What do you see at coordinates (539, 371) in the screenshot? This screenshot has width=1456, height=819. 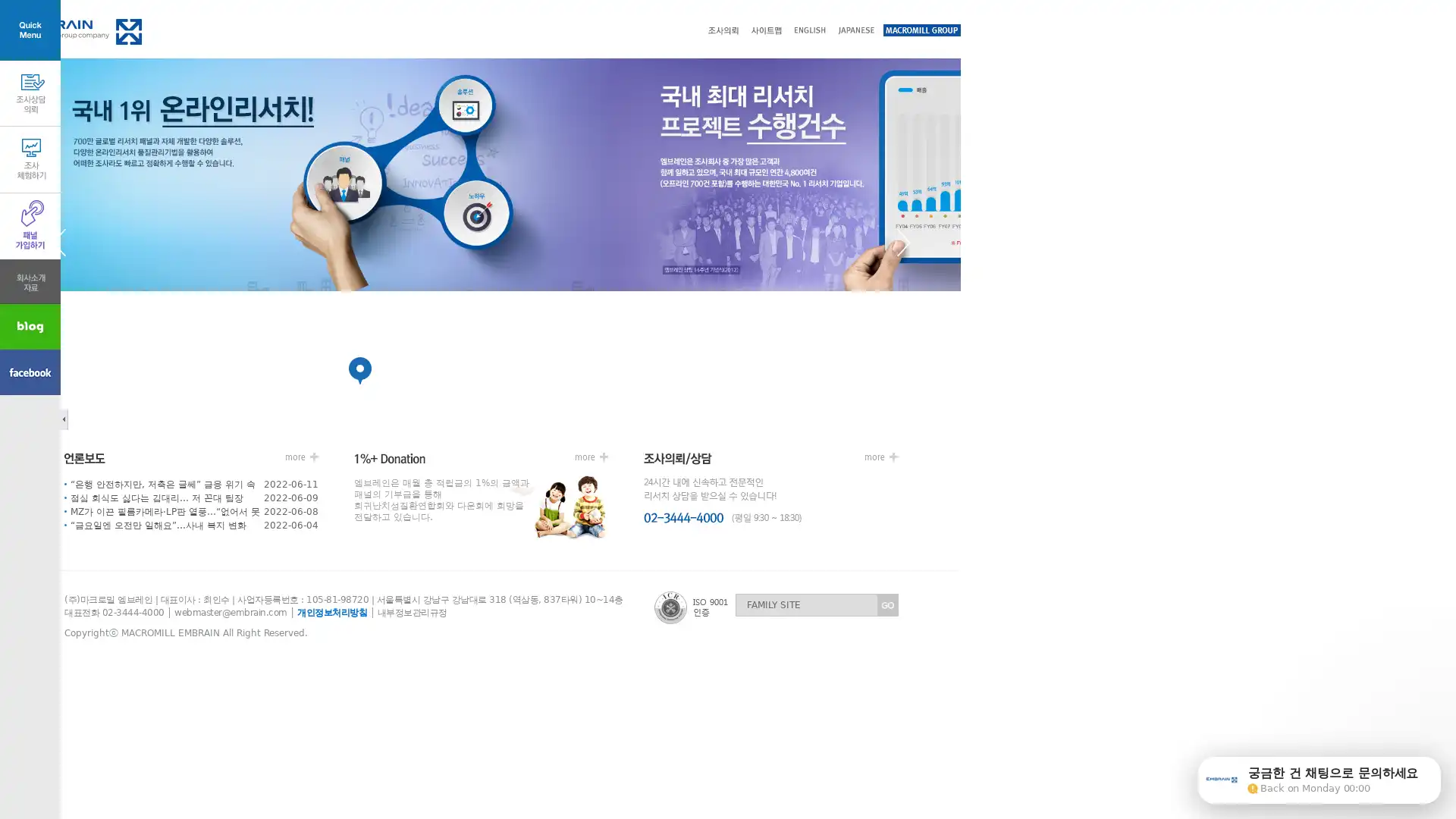 I see `2` at bounding box center [539, 371].